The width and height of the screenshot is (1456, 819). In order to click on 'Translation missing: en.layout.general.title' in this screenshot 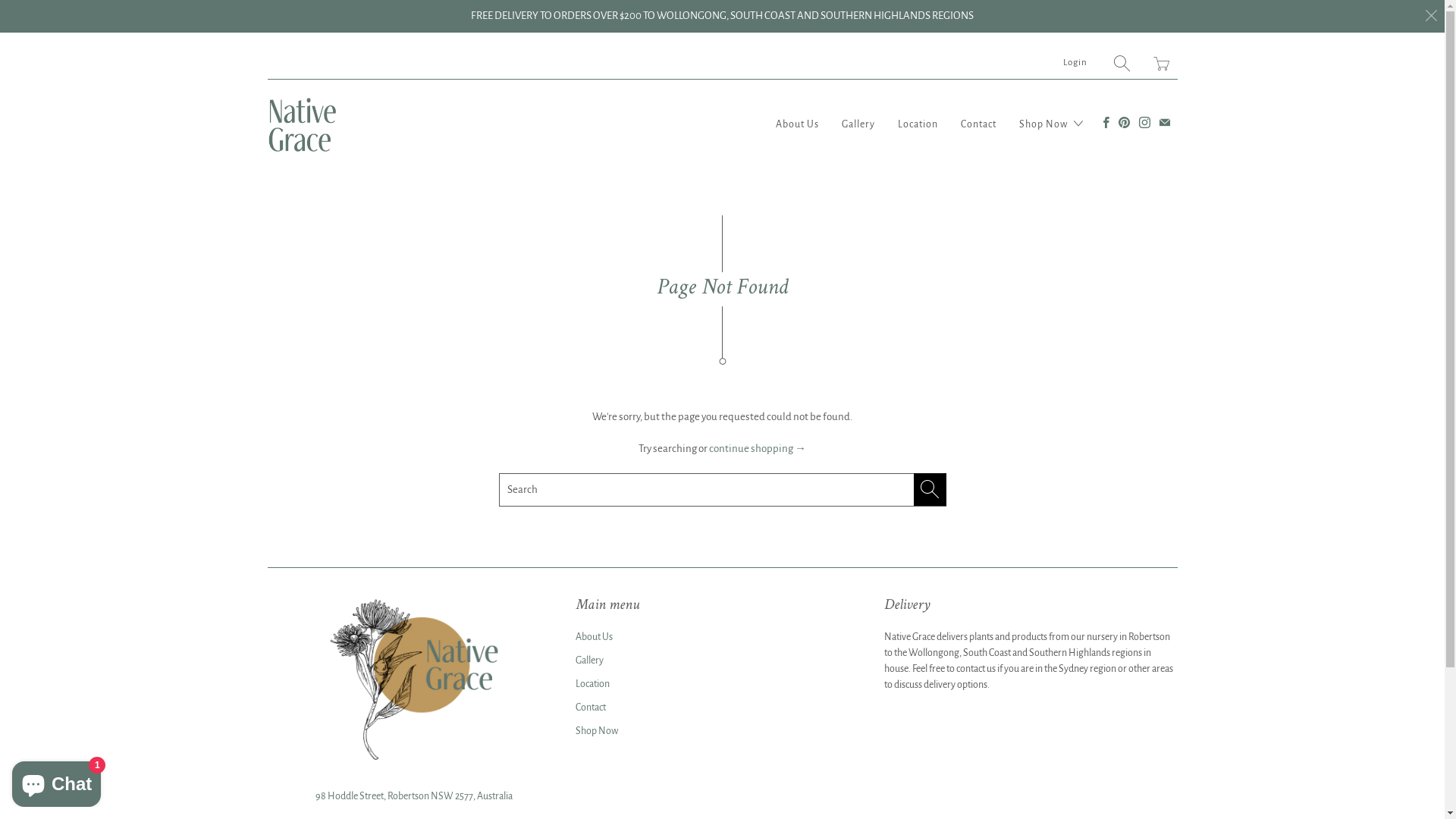, I will do `click(1160, 61)`.